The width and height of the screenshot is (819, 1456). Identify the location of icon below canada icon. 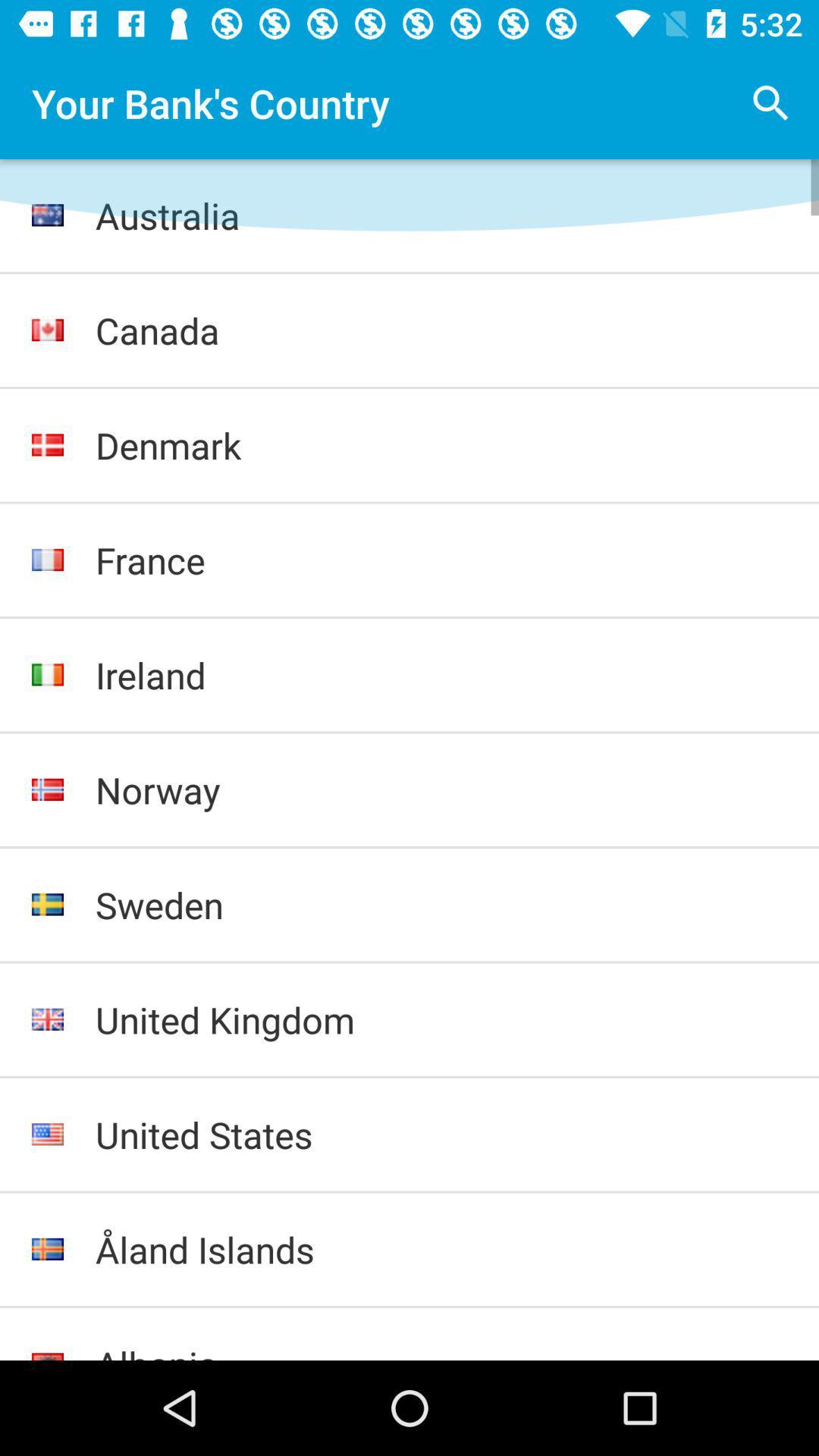
(441, 444).